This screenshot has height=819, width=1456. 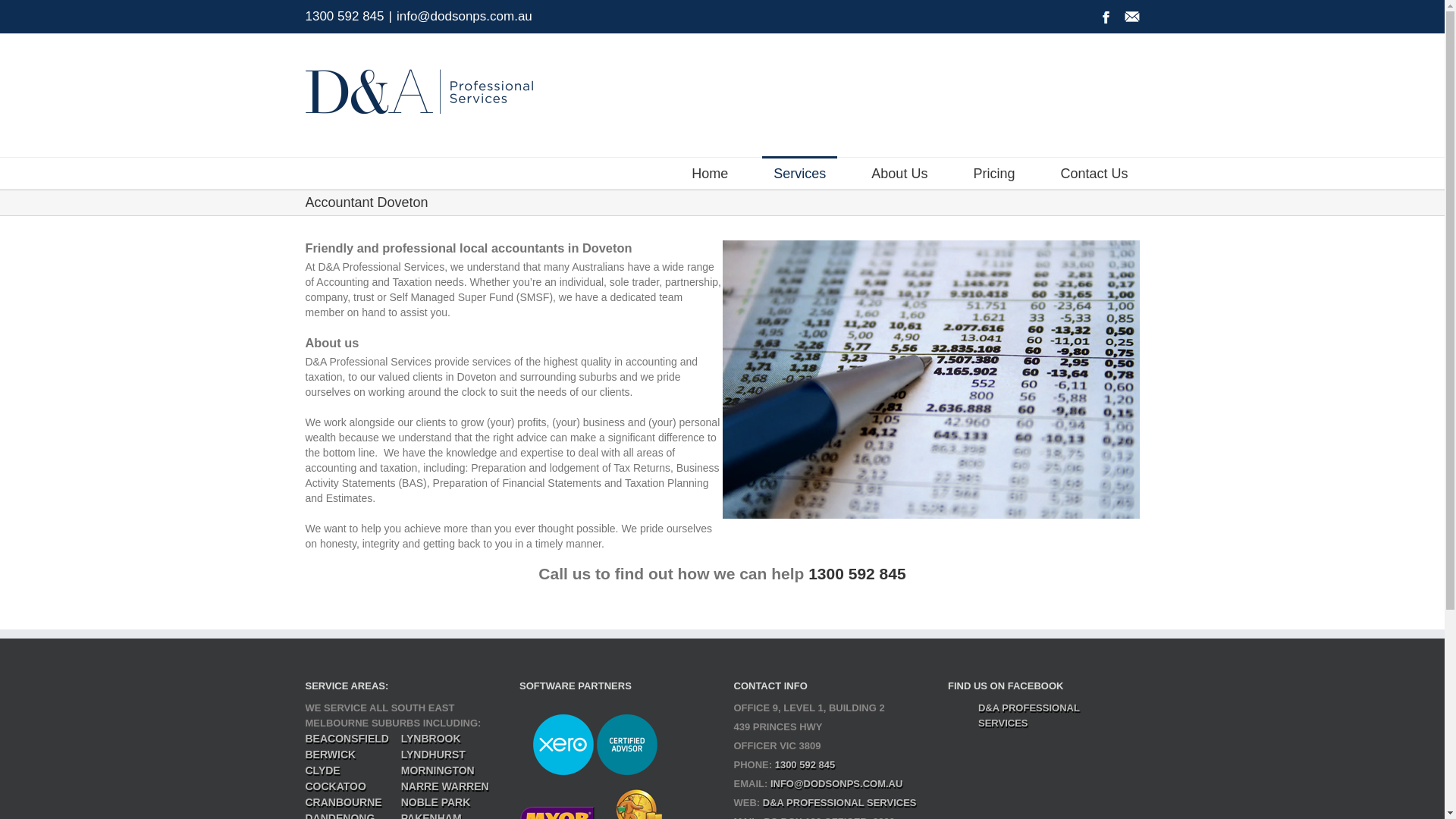 I want to click on 'info@dodsonps.com.au', so click(x=463, y=16).